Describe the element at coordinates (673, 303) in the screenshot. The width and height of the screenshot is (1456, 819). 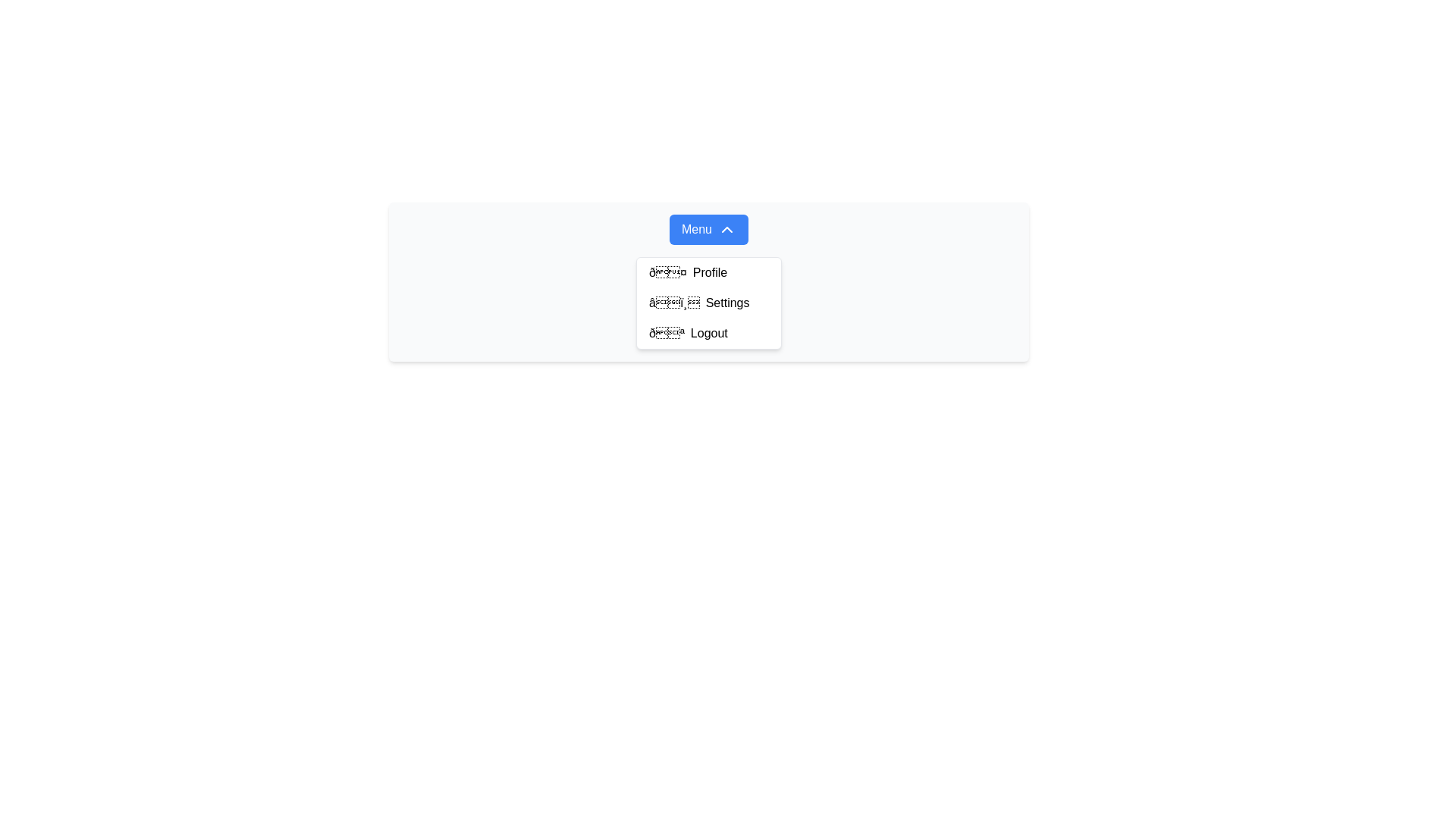
I see `the gear icon in the dropdown menu associated with settings, located to the left of the word 'Settings'` at that location.